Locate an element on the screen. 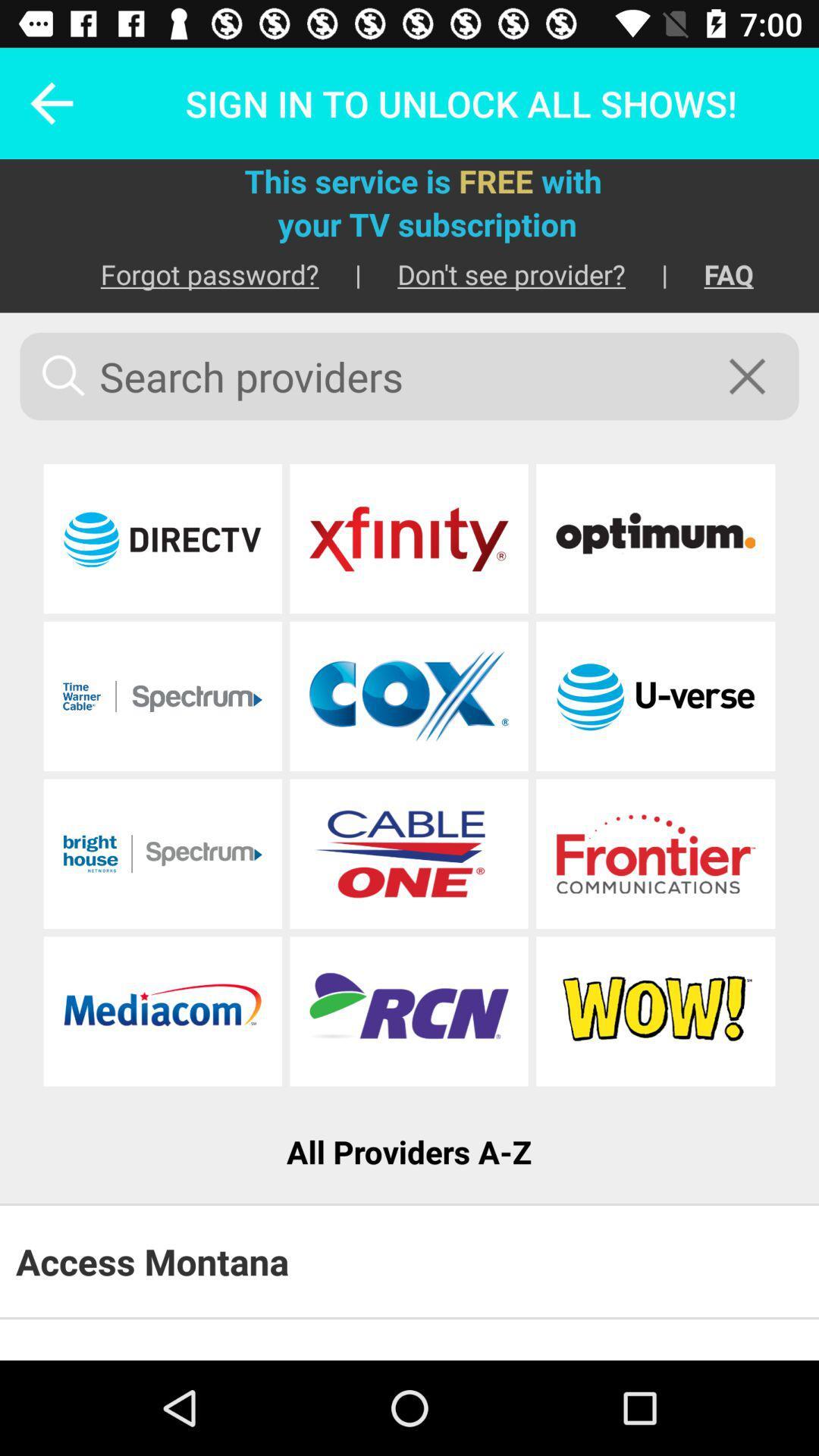  icon below forgot password? item is located at coordinates (409, 376).